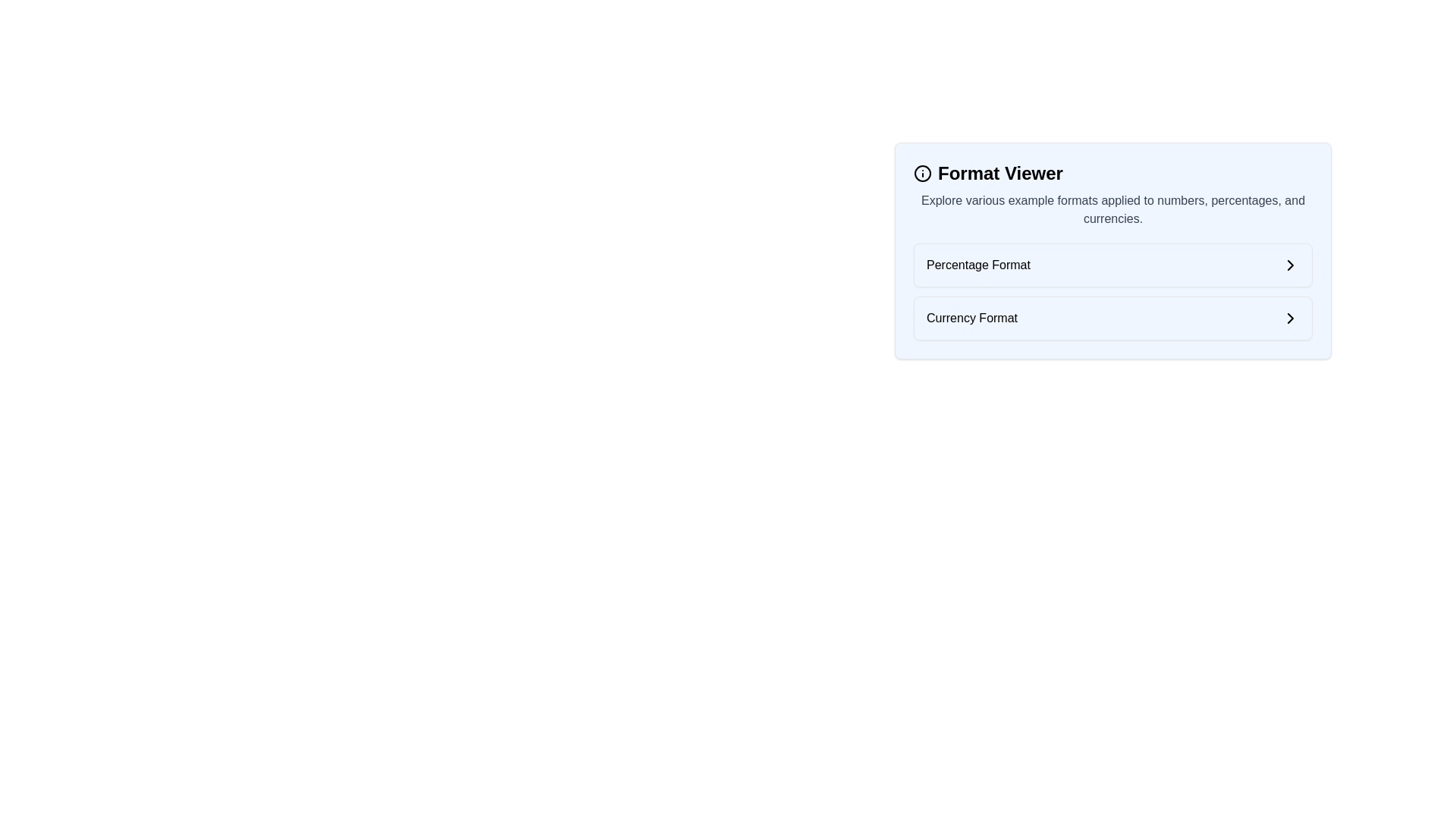  Describe the element at coordinates (1113, 265) in the screenshot. I see `to select the list item titled 'Percentage Format' located within the Format Viewer section` at that location.